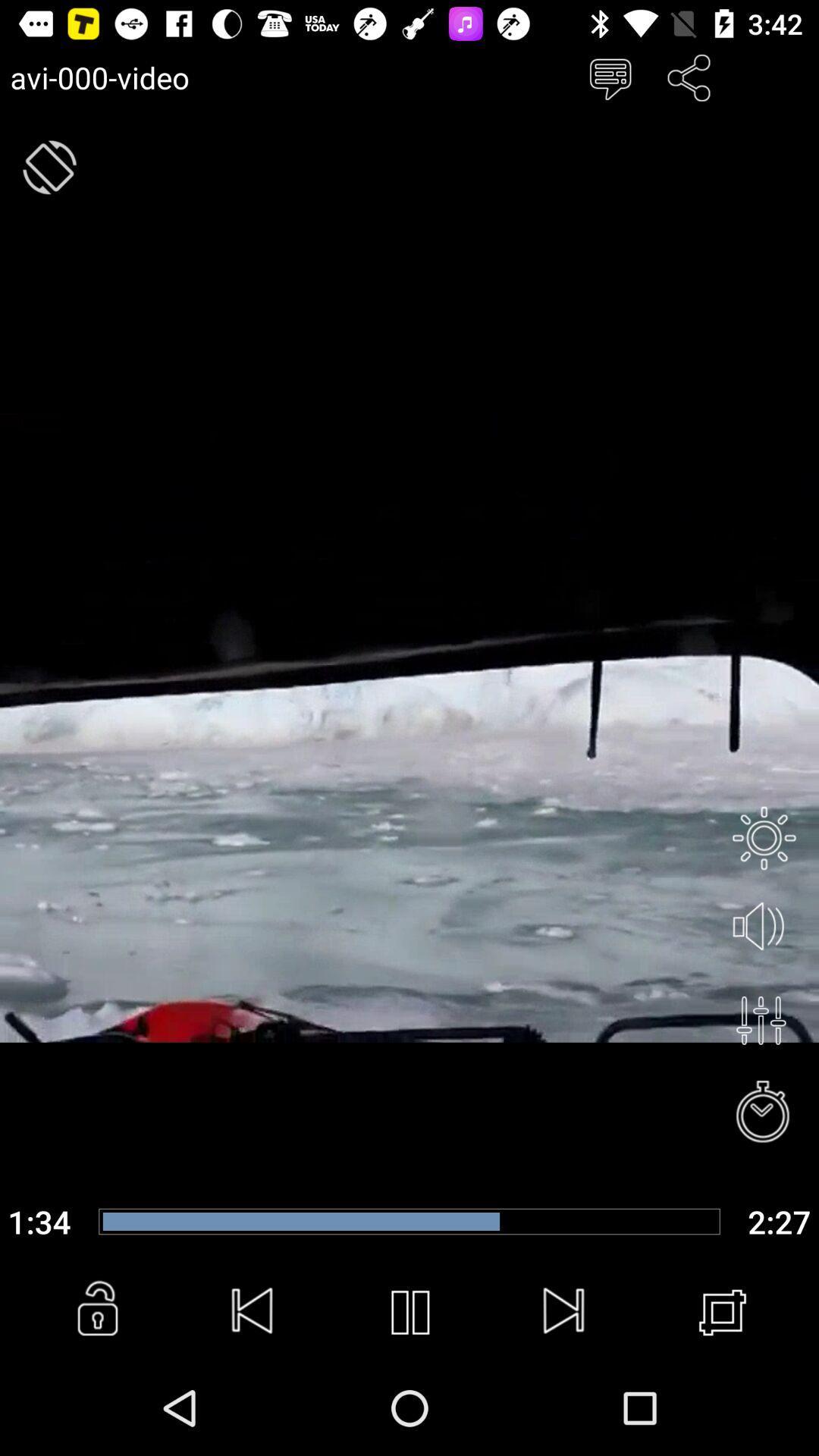 The height and width of the screenshot is (1456, 819). I want to click on button below volume button, so click(761, 1020).